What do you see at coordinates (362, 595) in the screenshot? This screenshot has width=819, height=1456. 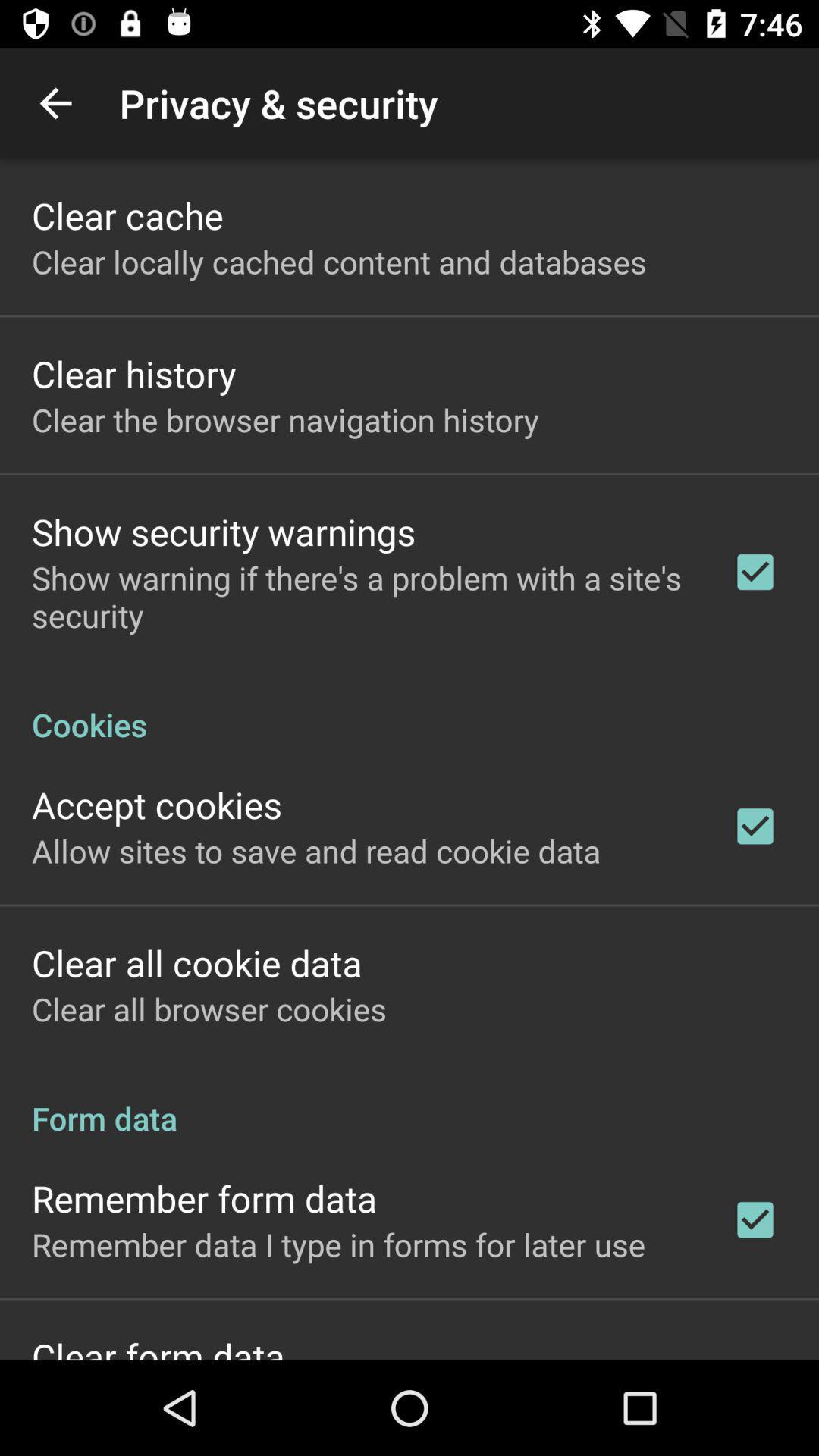 I see `the app above the cookies icon` at bounding box center [362, 595].